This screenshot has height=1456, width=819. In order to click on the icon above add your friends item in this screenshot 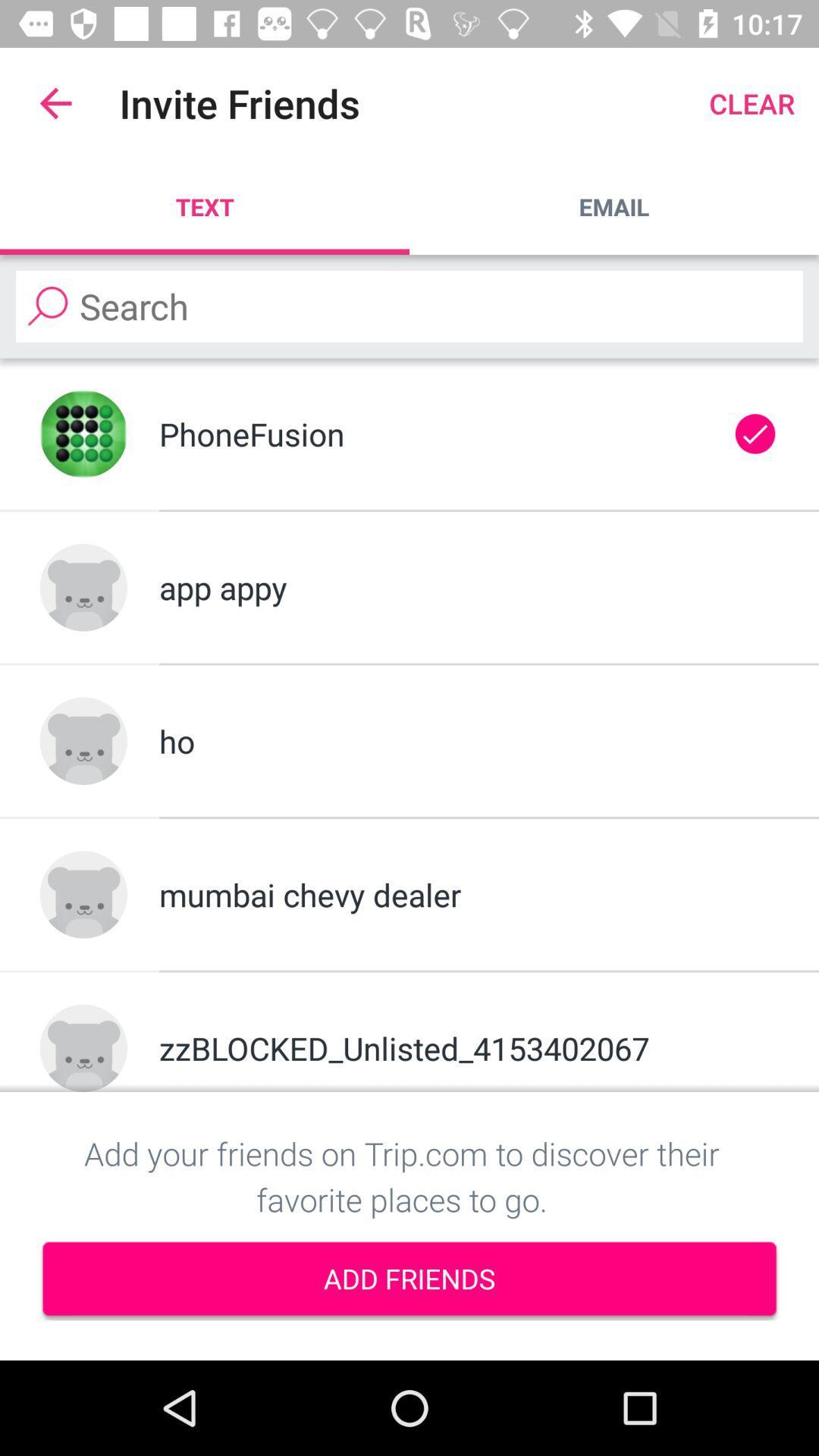, I will do `click(468, 1047)`.